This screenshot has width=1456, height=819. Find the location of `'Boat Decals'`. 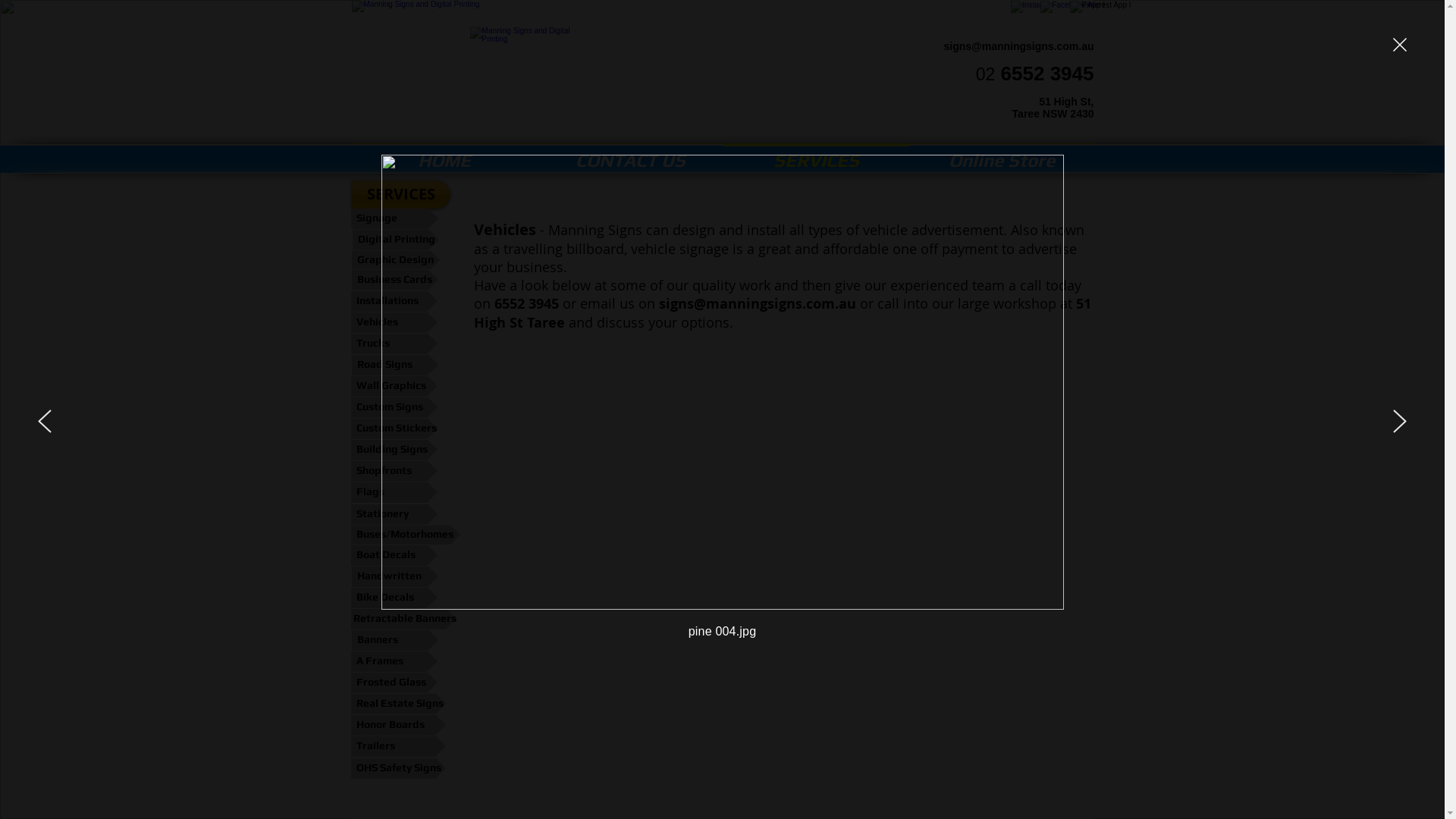

'Boat Decals' is located at coordinates (393, 554).